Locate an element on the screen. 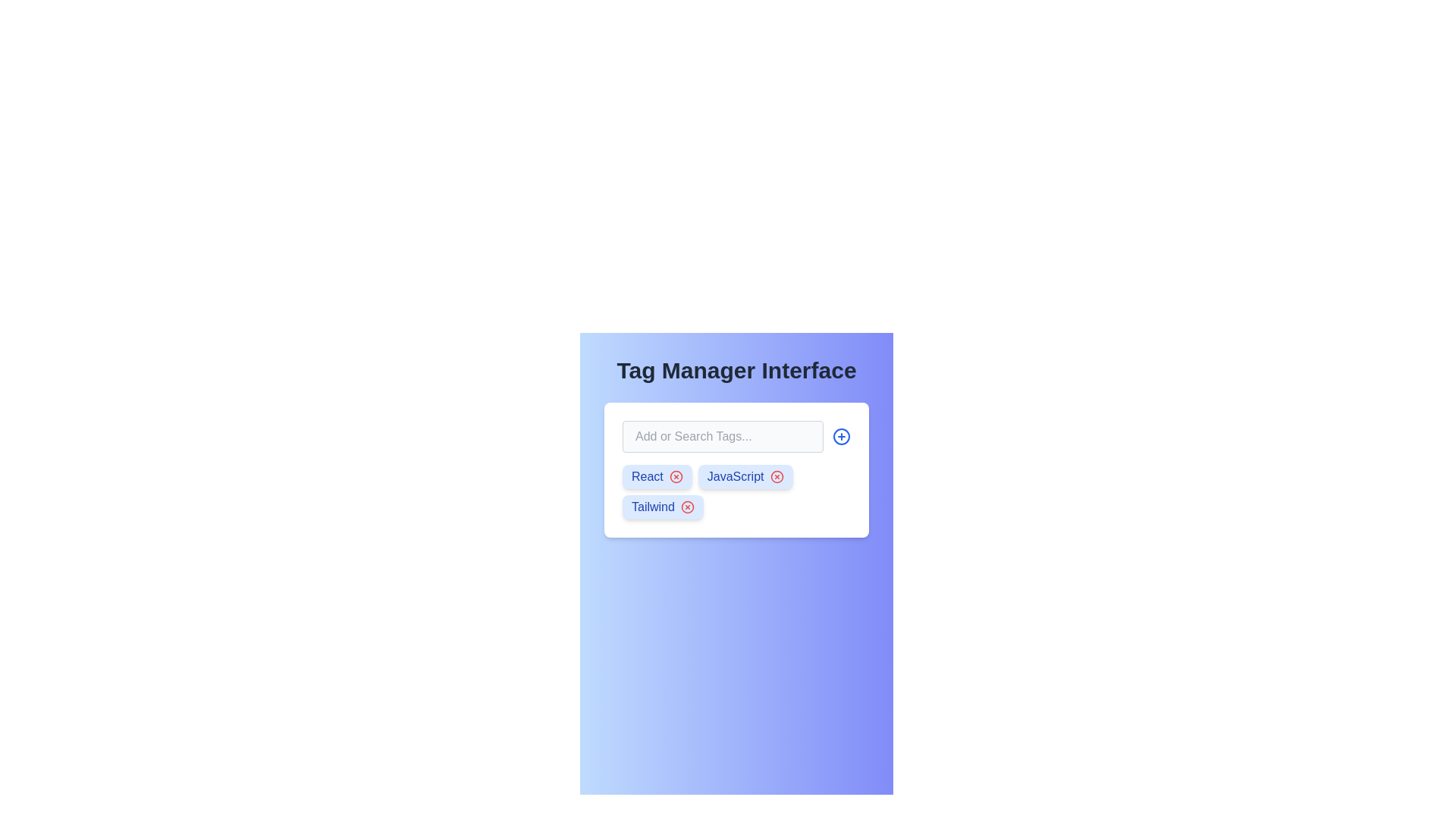  the circular shape with a 10px radius, part of the 'X' icon used for deletion functionality, located in the bottom row of the 'Tailwind' tag card is located at coordinates (687, 507).